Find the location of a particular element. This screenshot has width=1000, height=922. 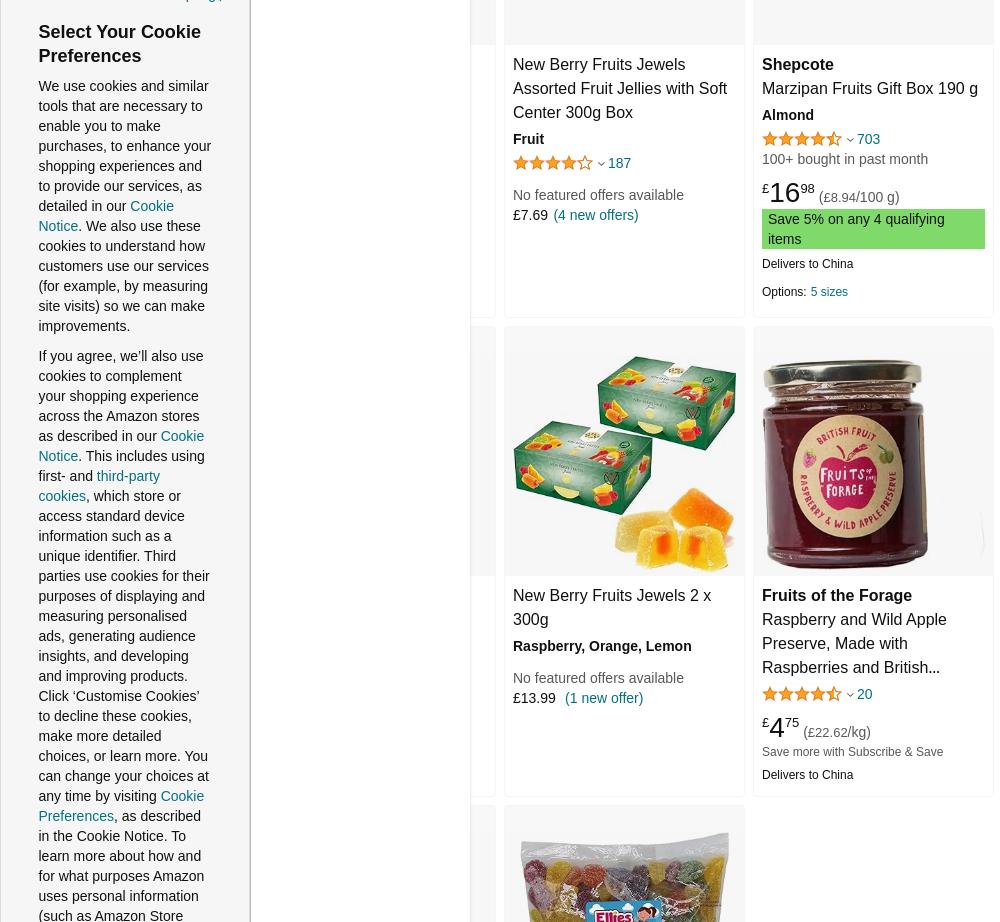

'£4.80' is located at coordinates (281, 215).